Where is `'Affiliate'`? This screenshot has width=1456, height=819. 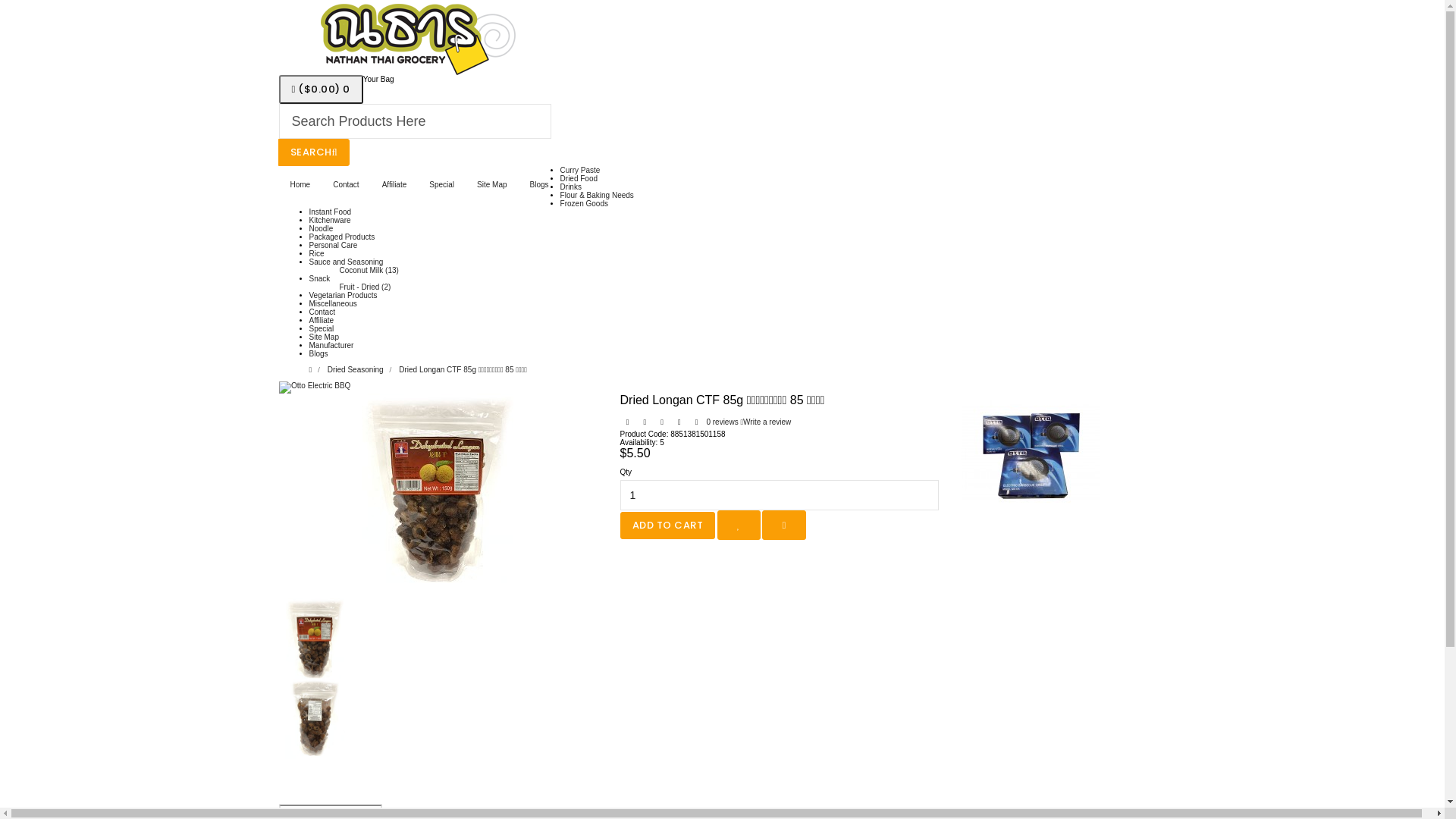 'Affiliate' is located at coordinates (371, 184).